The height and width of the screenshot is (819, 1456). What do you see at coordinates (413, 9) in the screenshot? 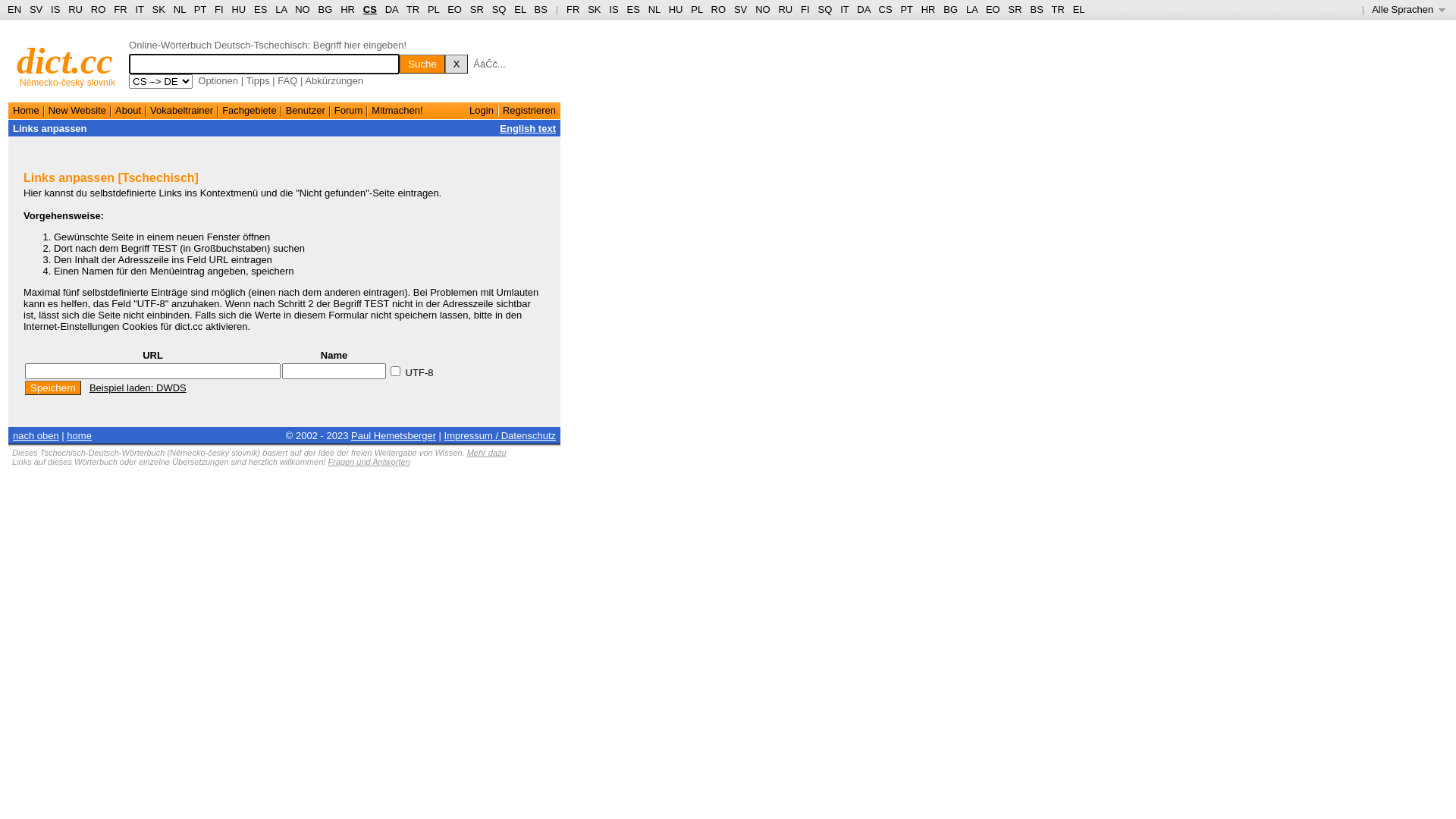
I see `'TR'` at bounding box center [413, 9].